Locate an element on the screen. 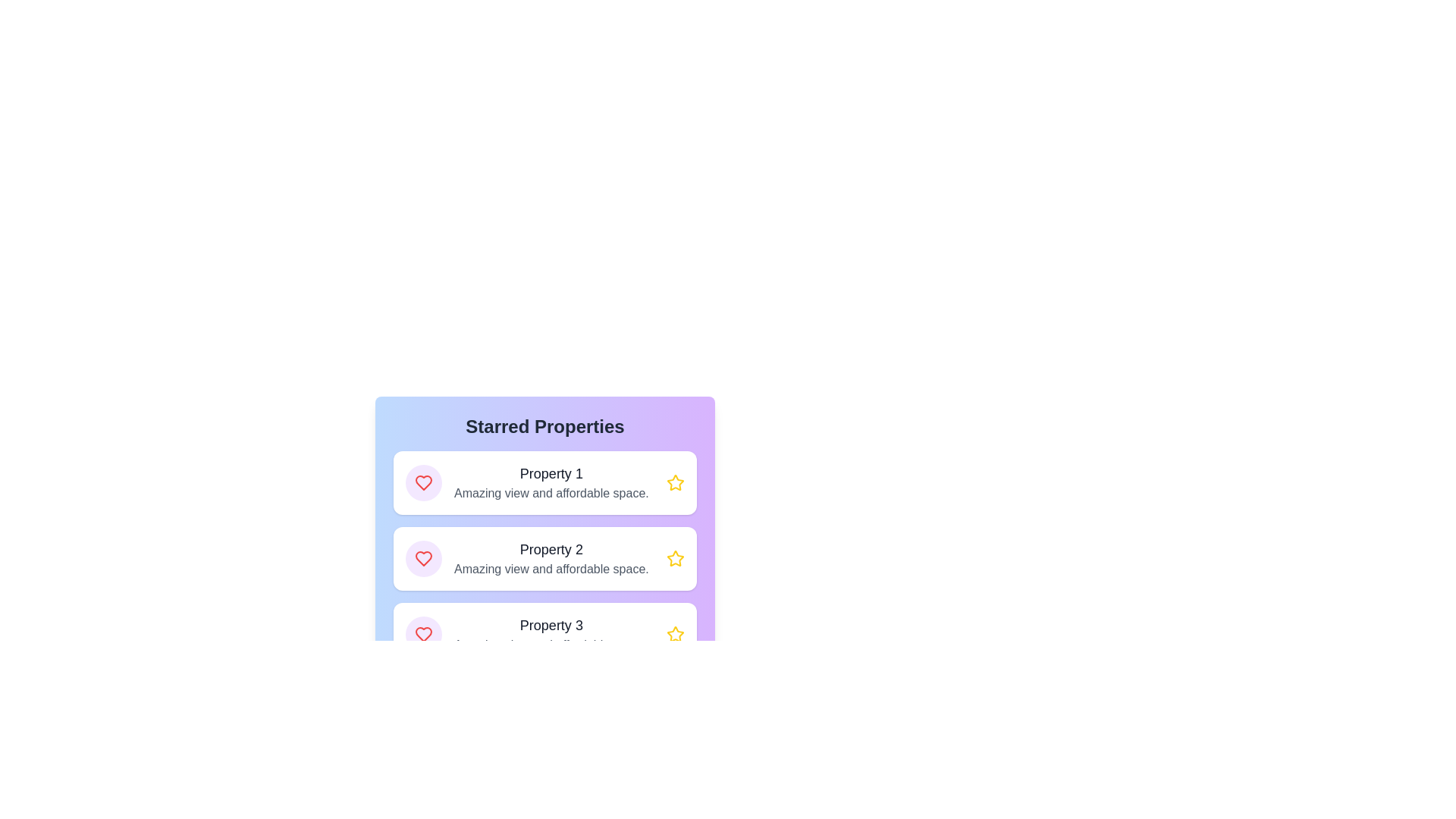 This screenshot has width=1456, height=819. the second Interactive star icon in the 'Starred Properties' section is located at coordinates (675, 558).